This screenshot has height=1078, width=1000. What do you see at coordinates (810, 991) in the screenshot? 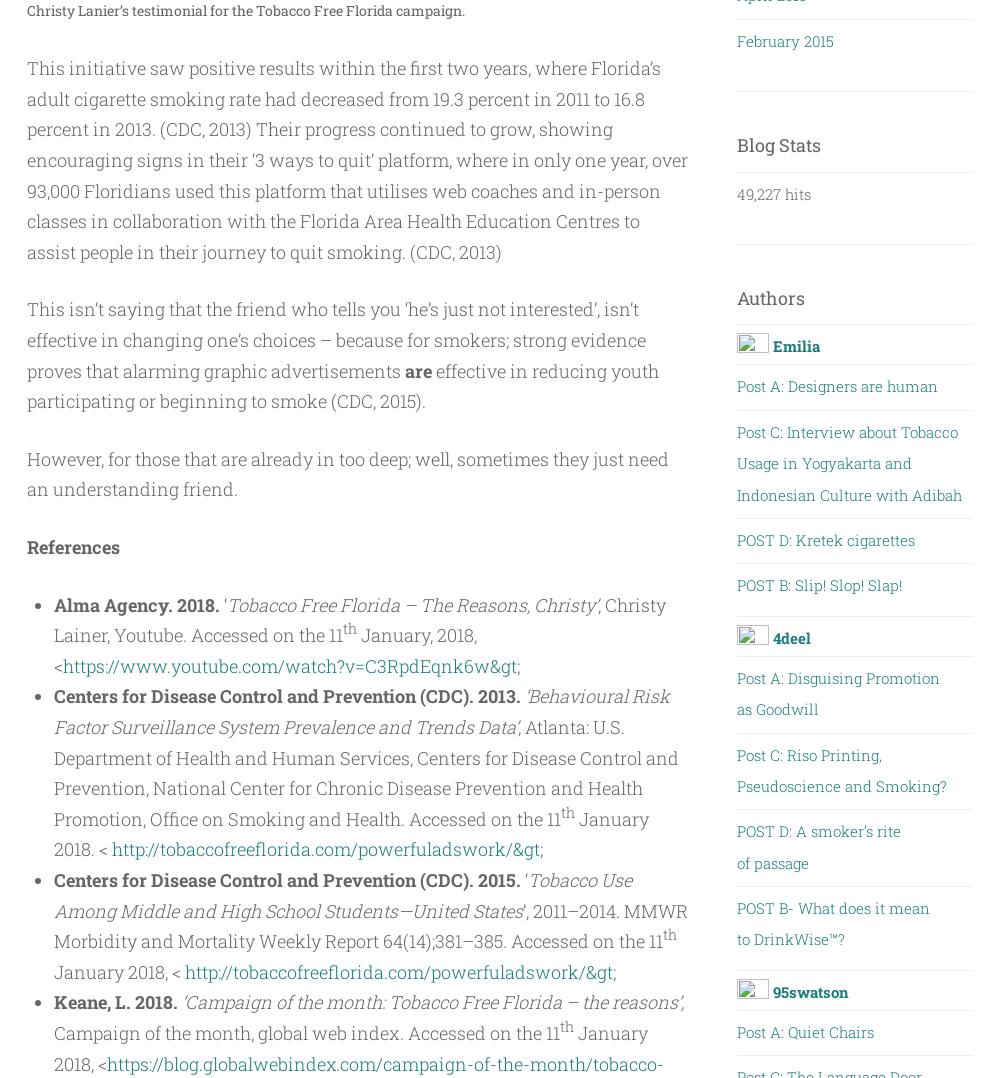
I see `'95swatson'` at bounding box center [810, 991].